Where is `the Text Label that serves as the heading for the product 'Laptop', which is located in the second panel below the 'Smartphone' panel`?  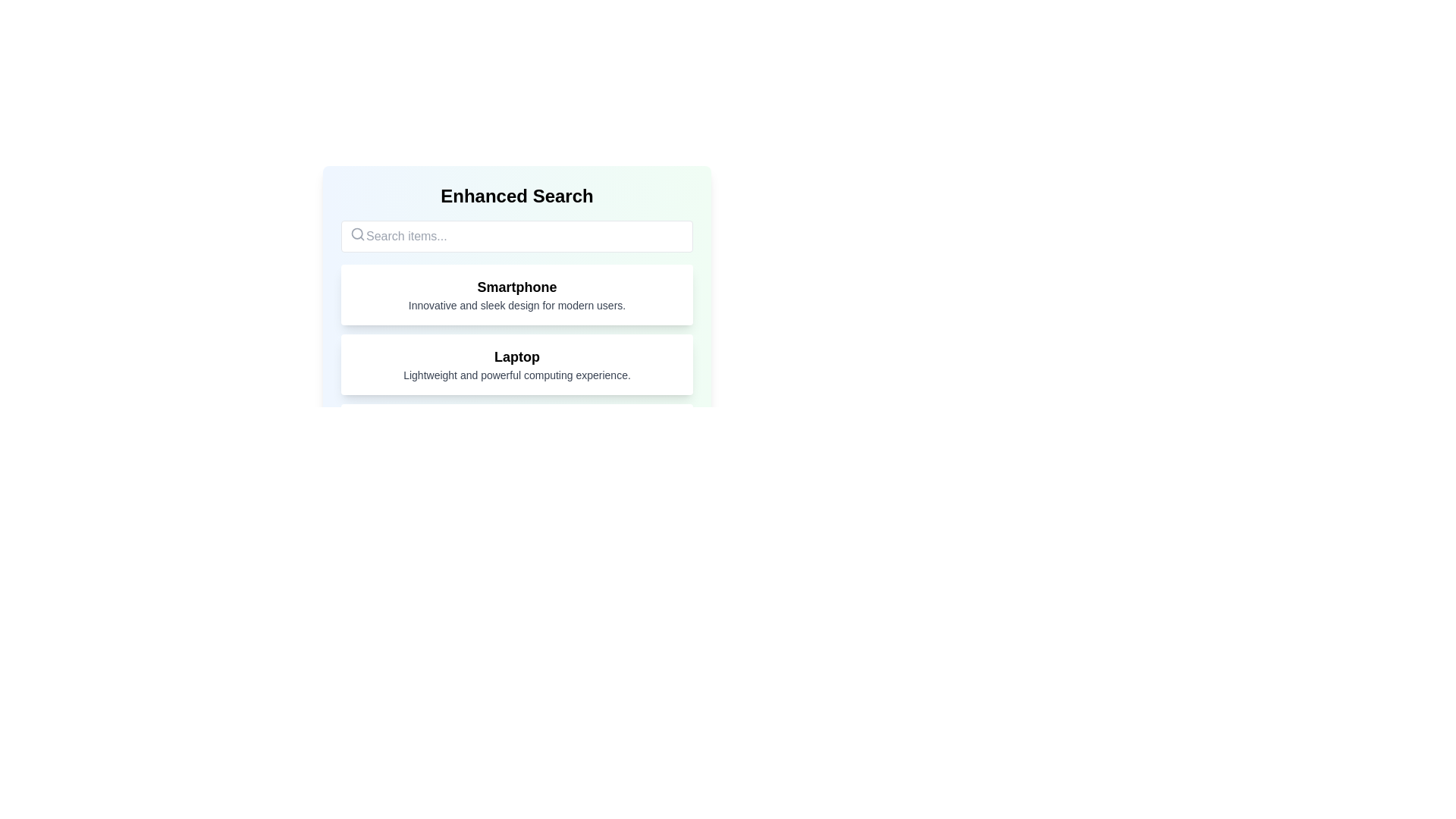 the Text Label that serves as the heading for the product 'Laptop', which is located in the second panel below the 'Smartphone' panel is located at coordinates (516, 356).